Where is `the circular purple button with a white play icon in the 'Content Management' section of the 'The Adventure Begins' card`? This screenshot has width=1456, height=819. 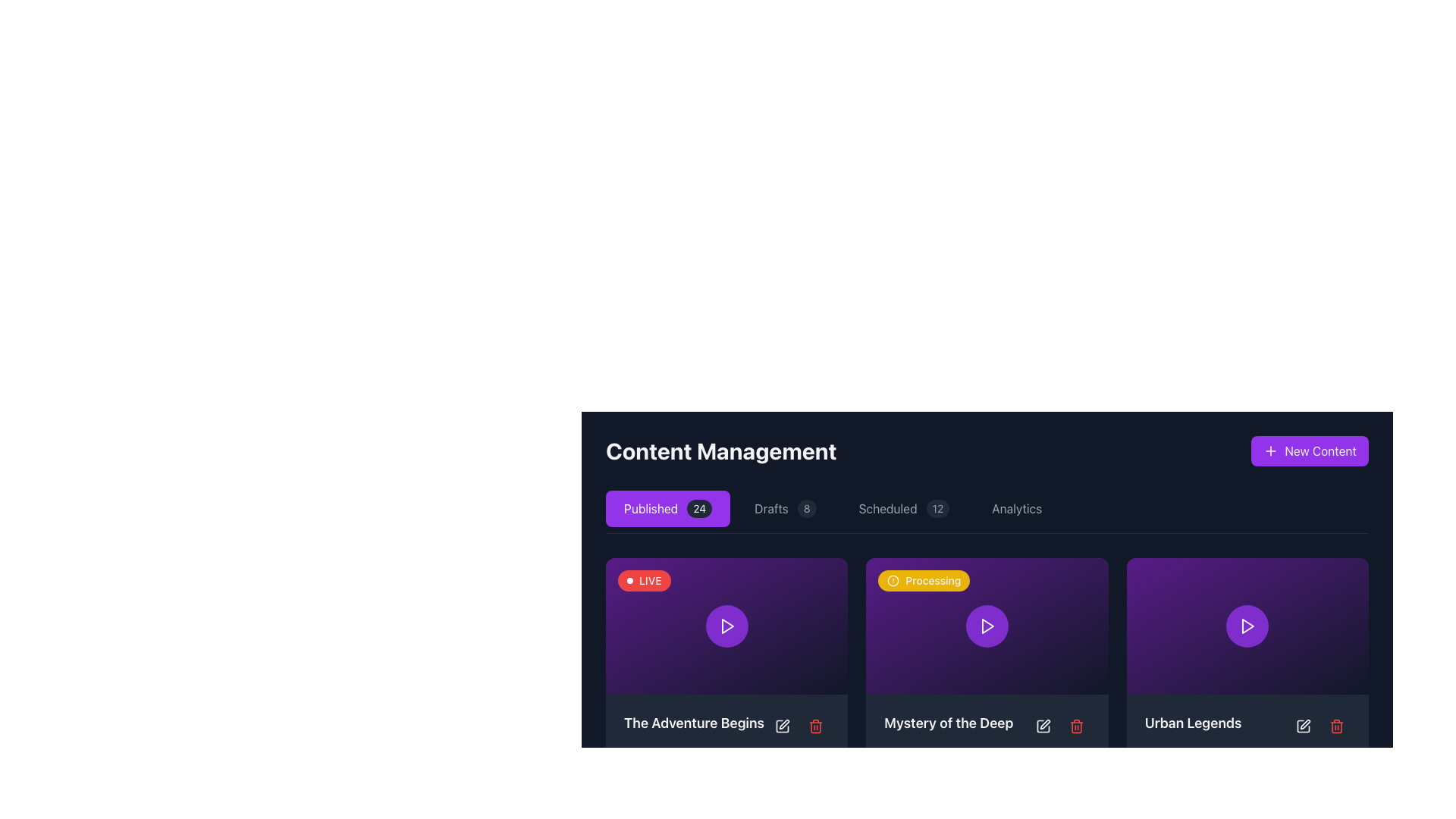 the circular purple button with a white play icon in the 'Content Management' section of the 'The Adventure Begins' card is located at coordinates (726, 626).